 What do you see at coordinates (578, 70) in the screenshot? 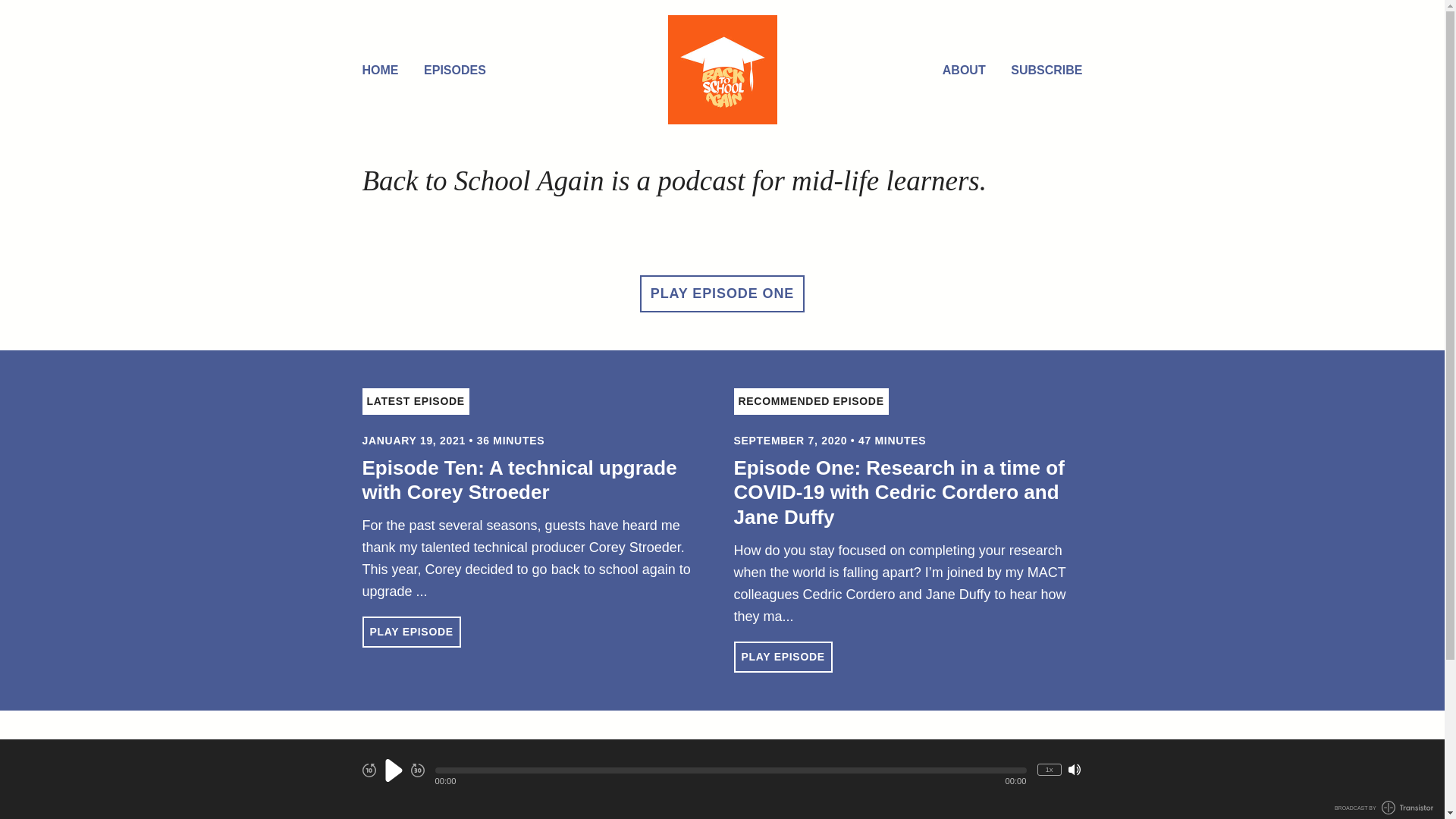
I see `'Home'` at bounding box center [578, 70].